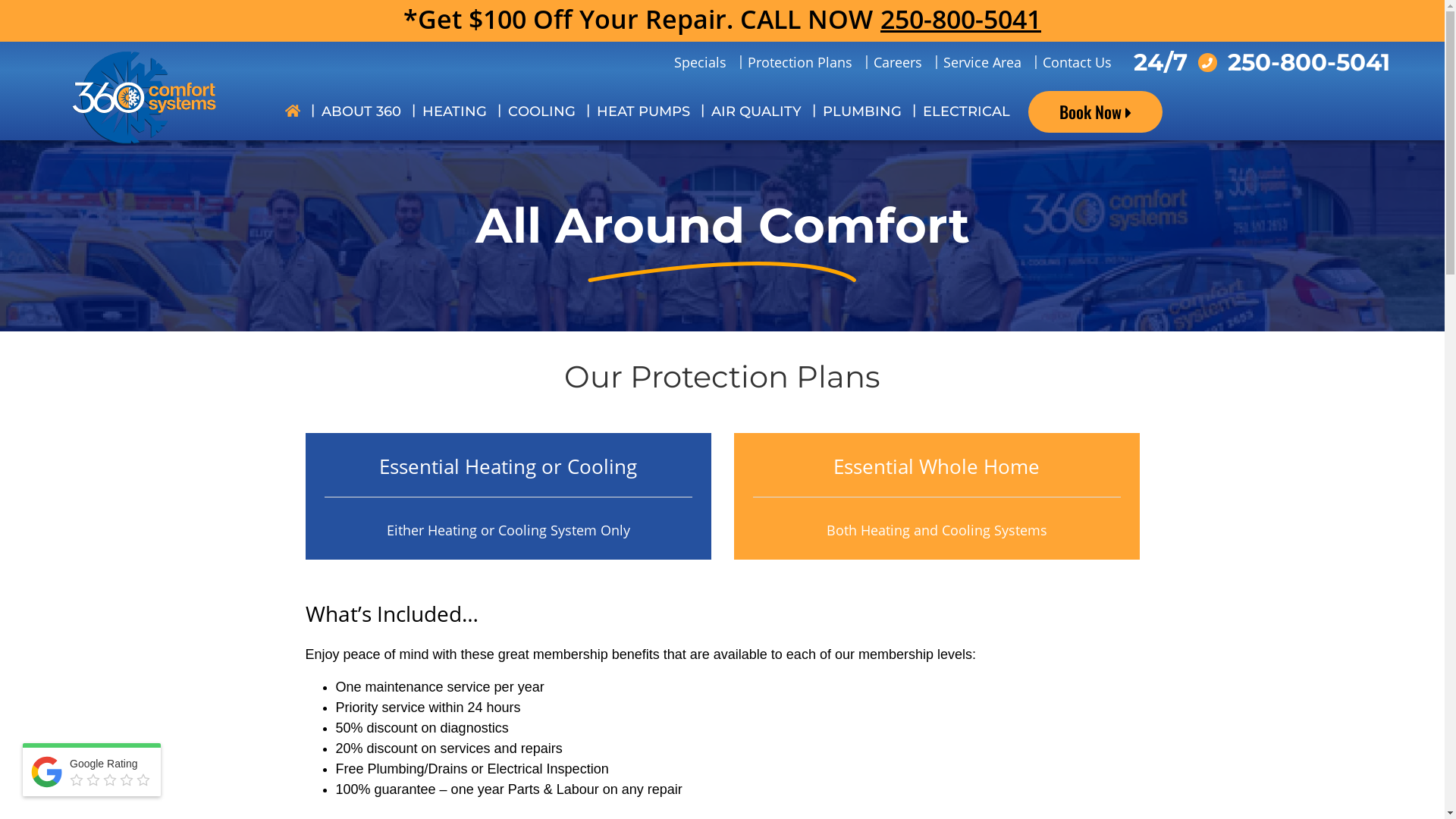 This screenshot has width=1456, height=819. Describe the element at coordinates (756, 111) in the screenshot. I see `'AIR QUALITY'` at that location.